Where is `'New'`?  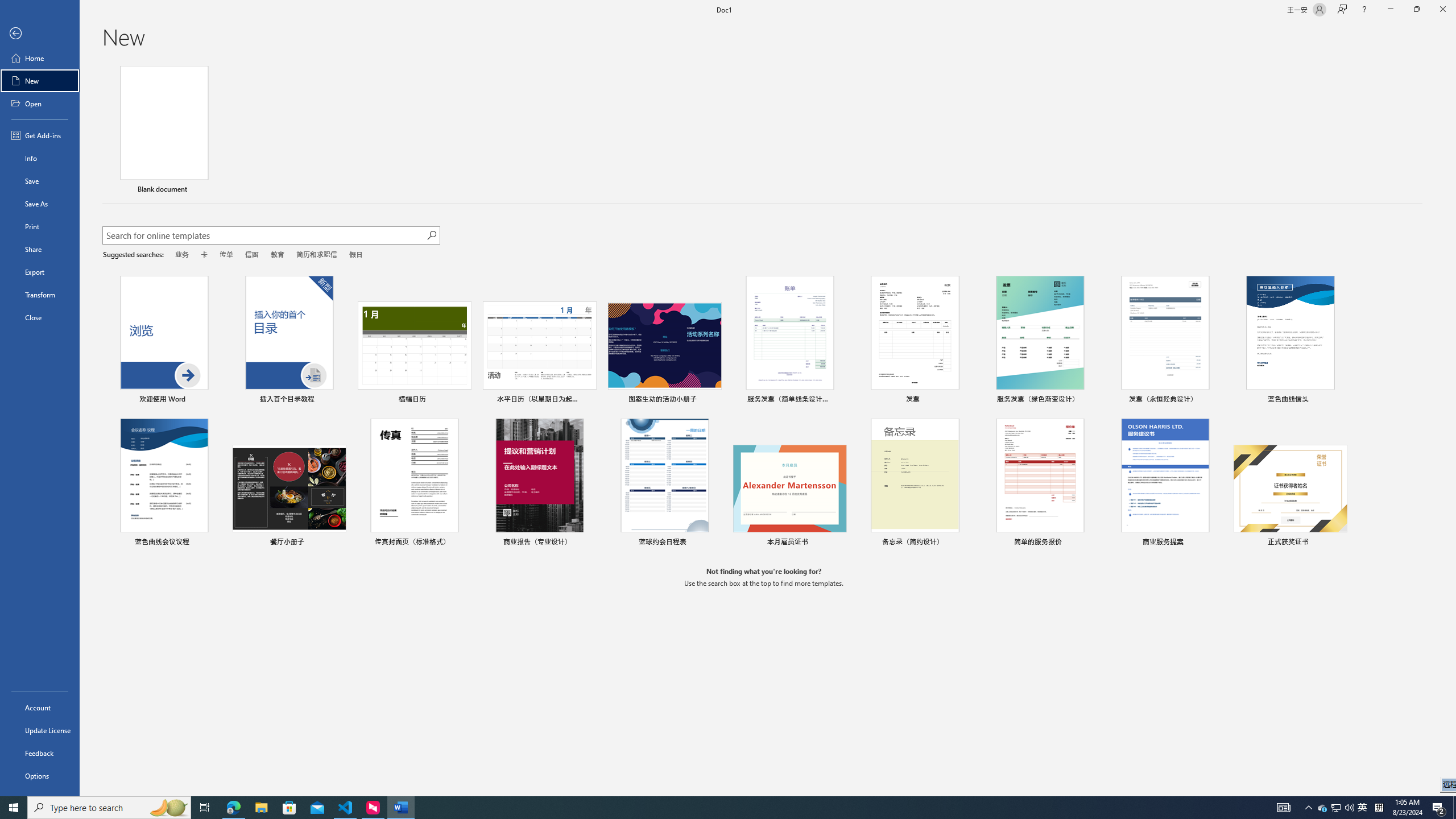
'New' is located at coordinates (39, 80).